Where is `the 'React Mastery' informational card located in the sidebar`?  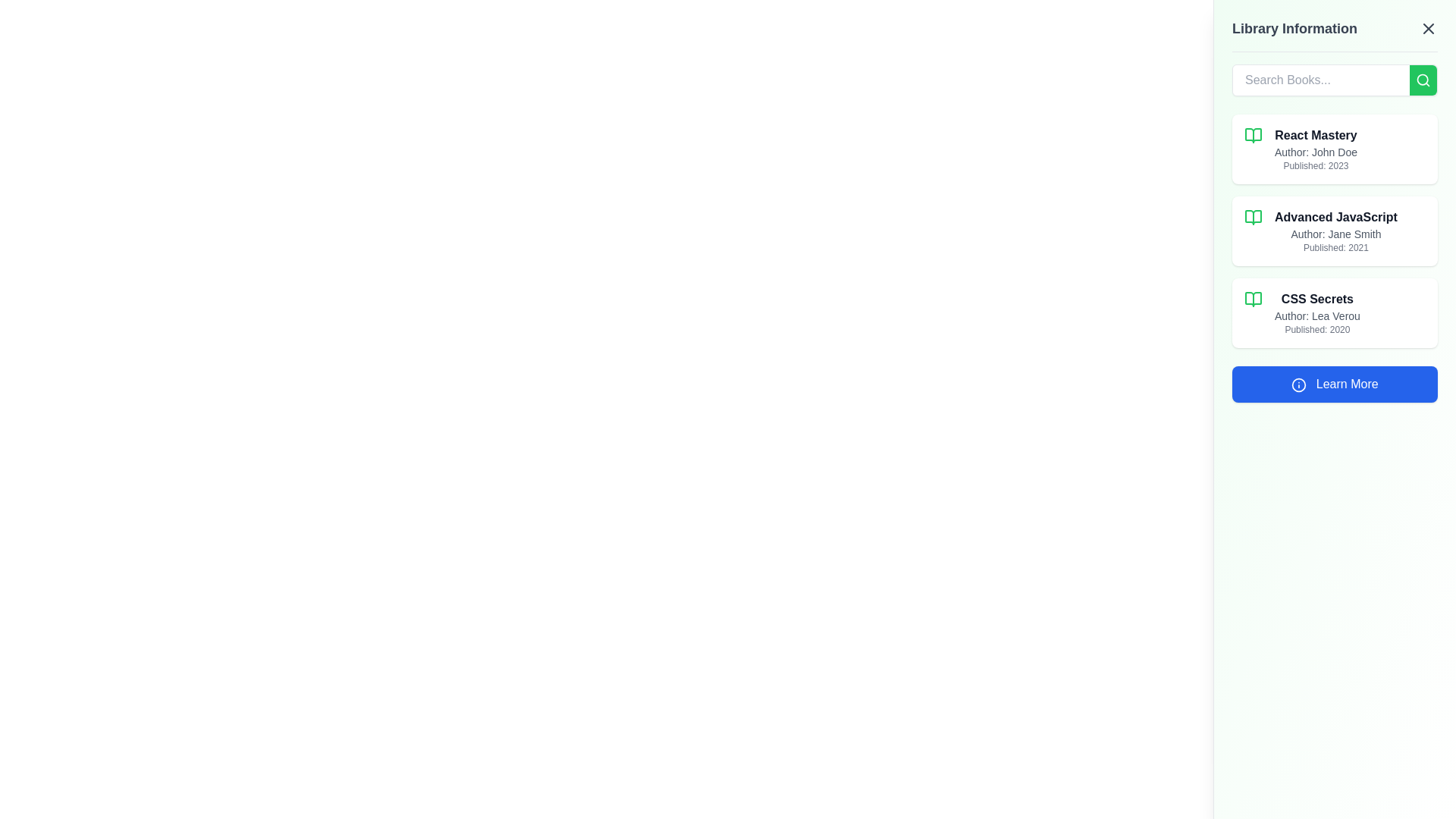
the 'React Mastery' informational card located in the sidebar is located at coordinates (1335, 149).